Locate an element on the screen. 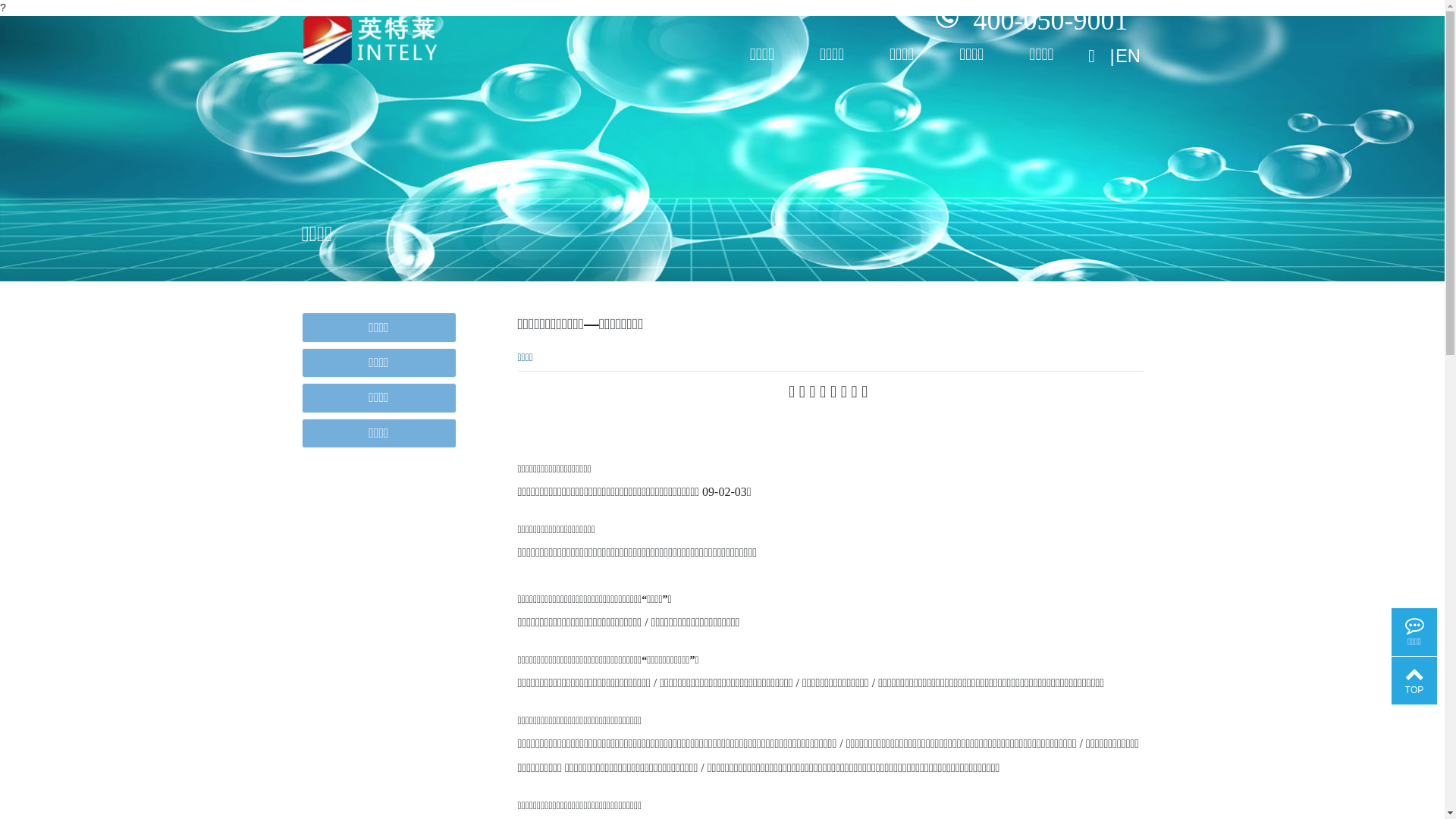  'EN' is located at coordinates (1128, 49).